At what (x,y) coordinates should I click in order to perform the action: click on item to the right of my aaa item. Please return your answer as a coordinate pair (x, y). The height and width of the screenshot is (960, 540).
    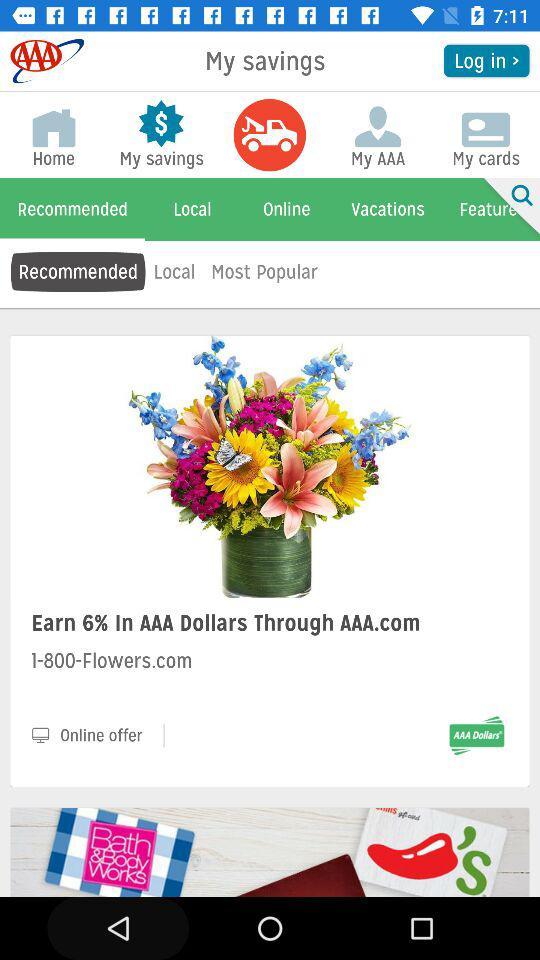
    Looking at the image, I should click on (508, 209).